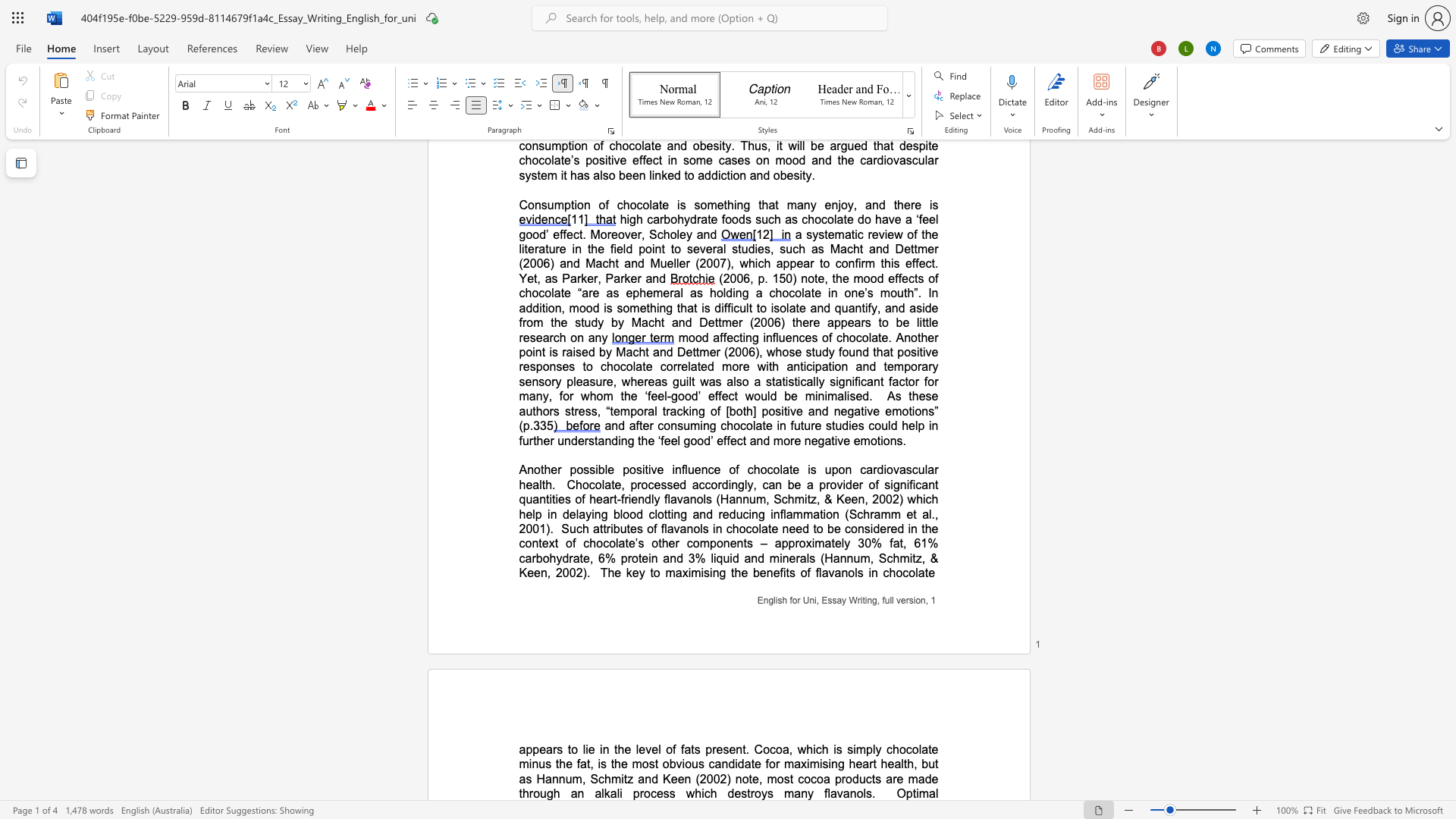 This screenshot has width=1456, height=819. Describe the element at coordinates (897, 764) in the screenshot. I see `the 11th character "a" in the text` at that location.